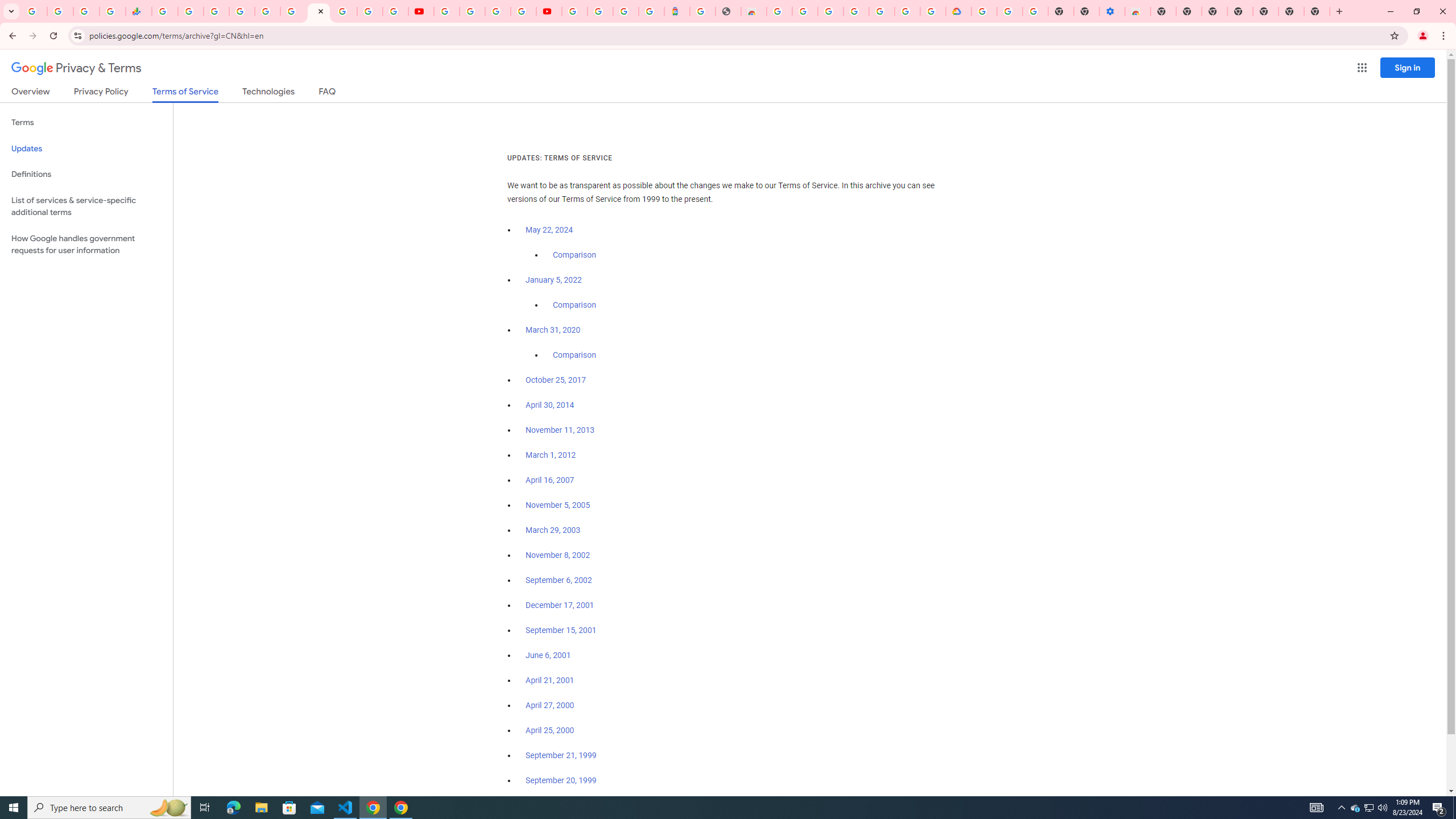 The width and height of the screenshot is (1456, 819). I want to click on 'New Tab', so click(1317, 11).